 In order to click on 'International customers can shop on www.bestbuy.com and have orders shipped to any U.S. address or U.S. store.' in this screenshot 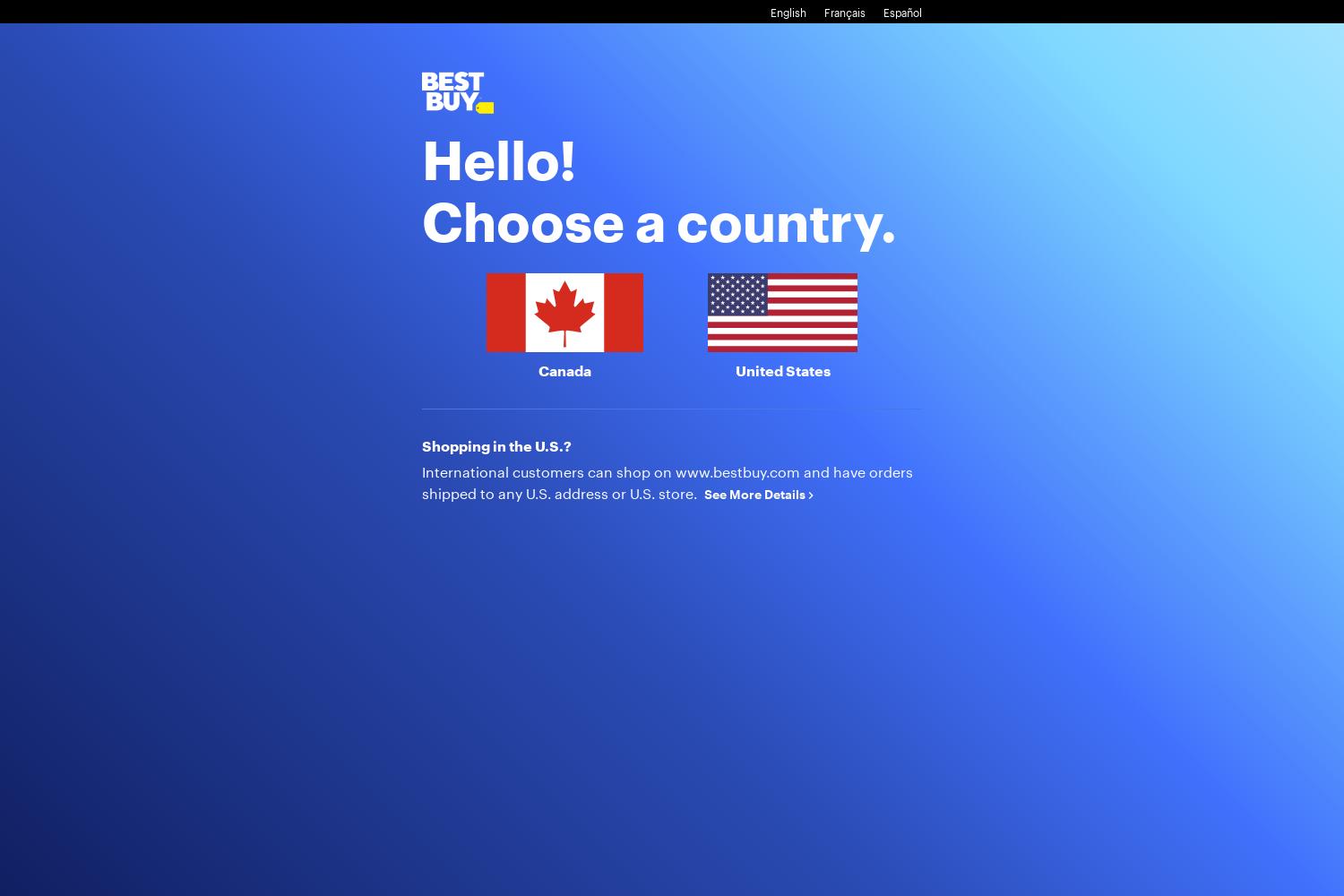, I will do `click(667, 481)`.